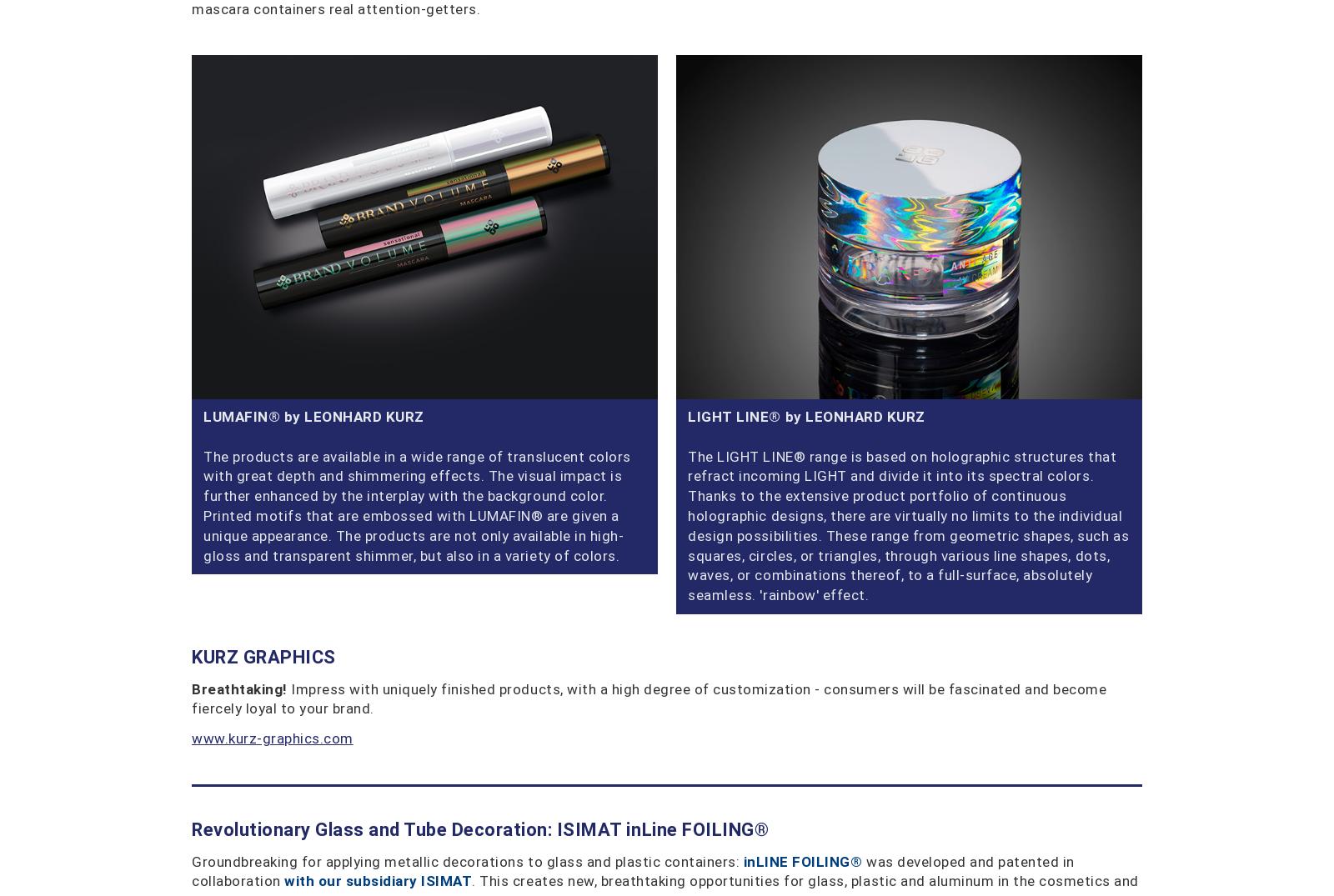 Image resolution: width=1334 pixels, height=896 pixels. I want to click on 'Revolutionary Glass and Tube Decoration: ISIMAT inLine FOILING®', so click(479, 828).